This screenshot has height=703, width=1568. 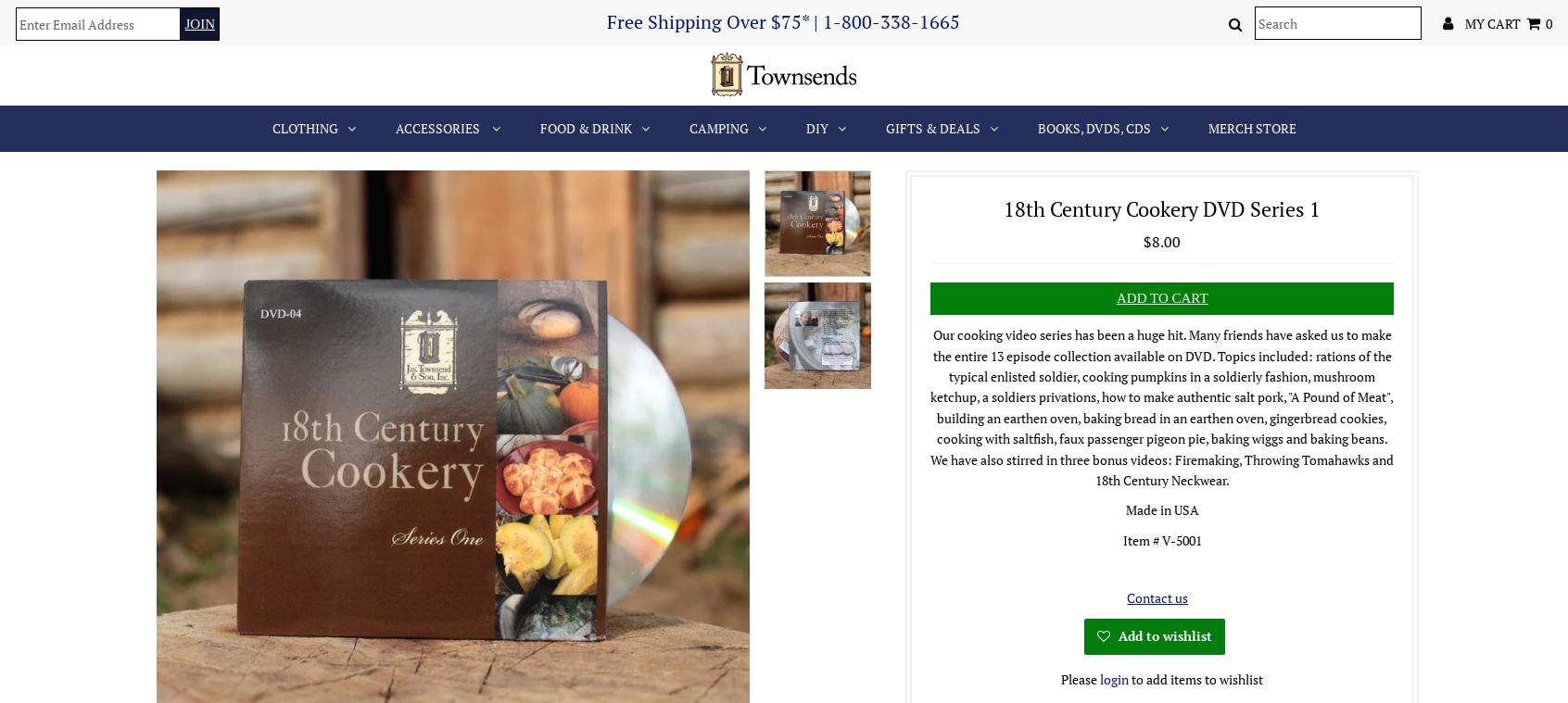 I want to click on '0', so click(x=1544, y=21).